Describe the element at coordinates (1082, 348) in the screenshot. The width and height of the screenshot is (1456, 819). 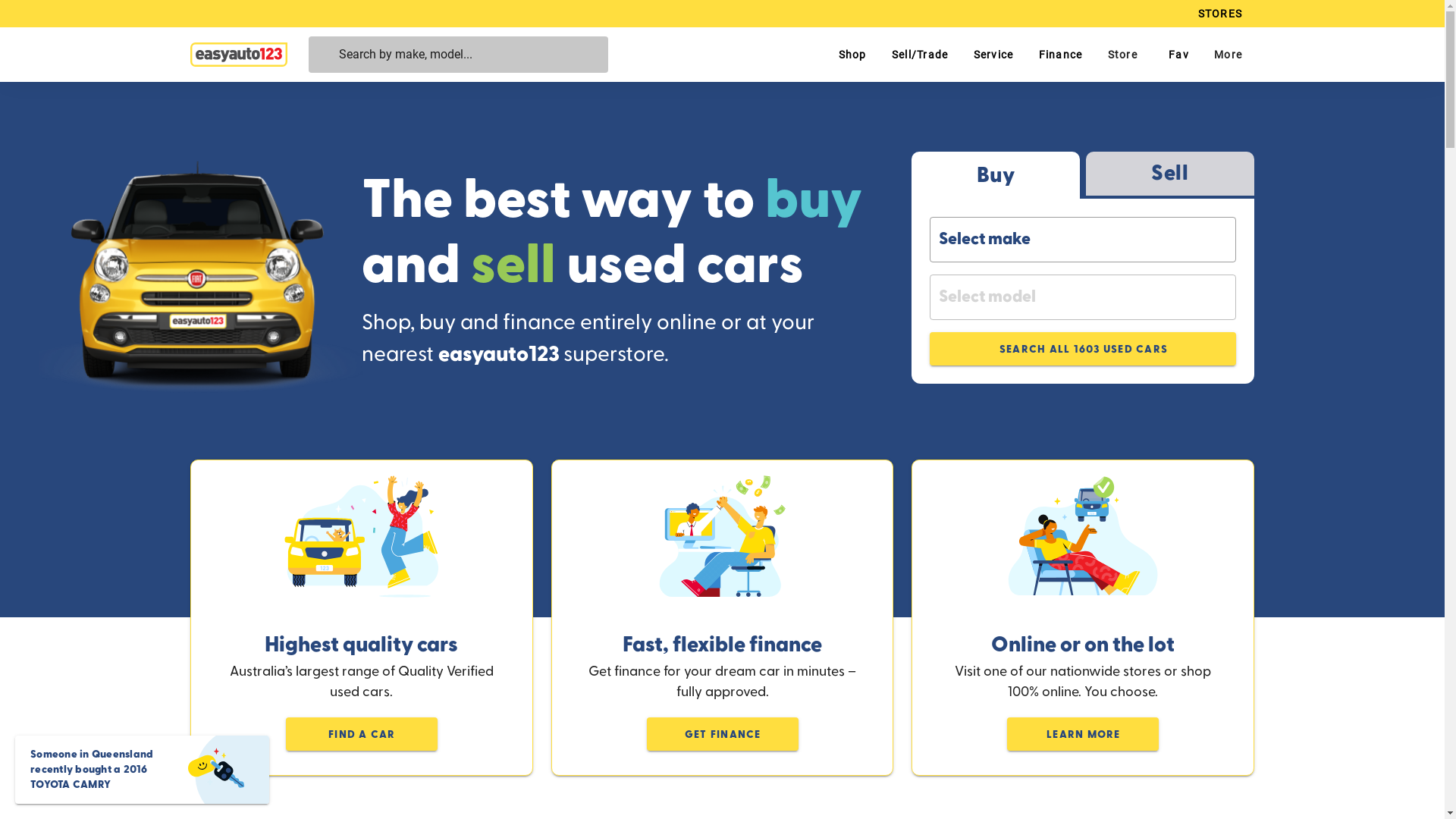
I see `'SEARCH ALL 1603 USED CARS'` at that location.